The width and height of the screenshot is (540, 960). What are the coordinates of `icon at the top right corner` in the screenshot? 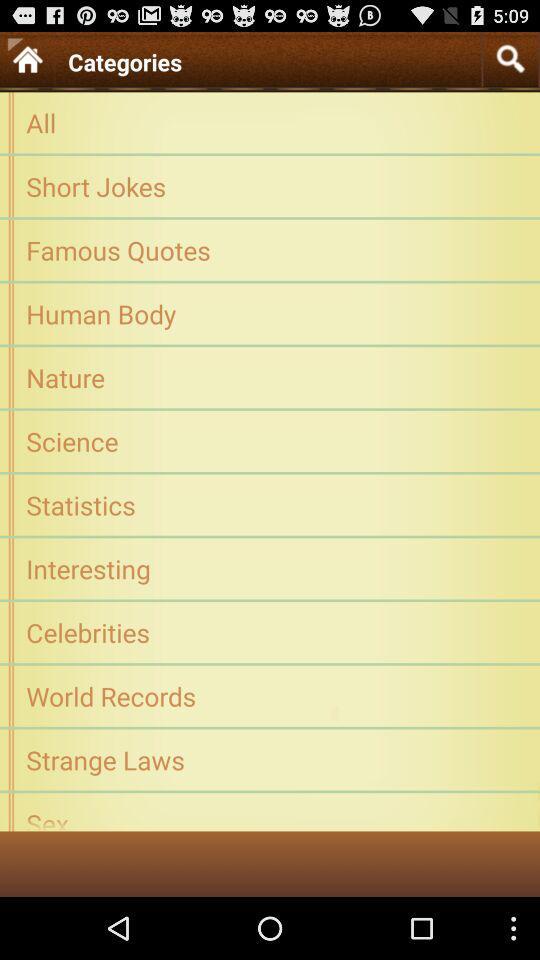 It's located at (510, 58).